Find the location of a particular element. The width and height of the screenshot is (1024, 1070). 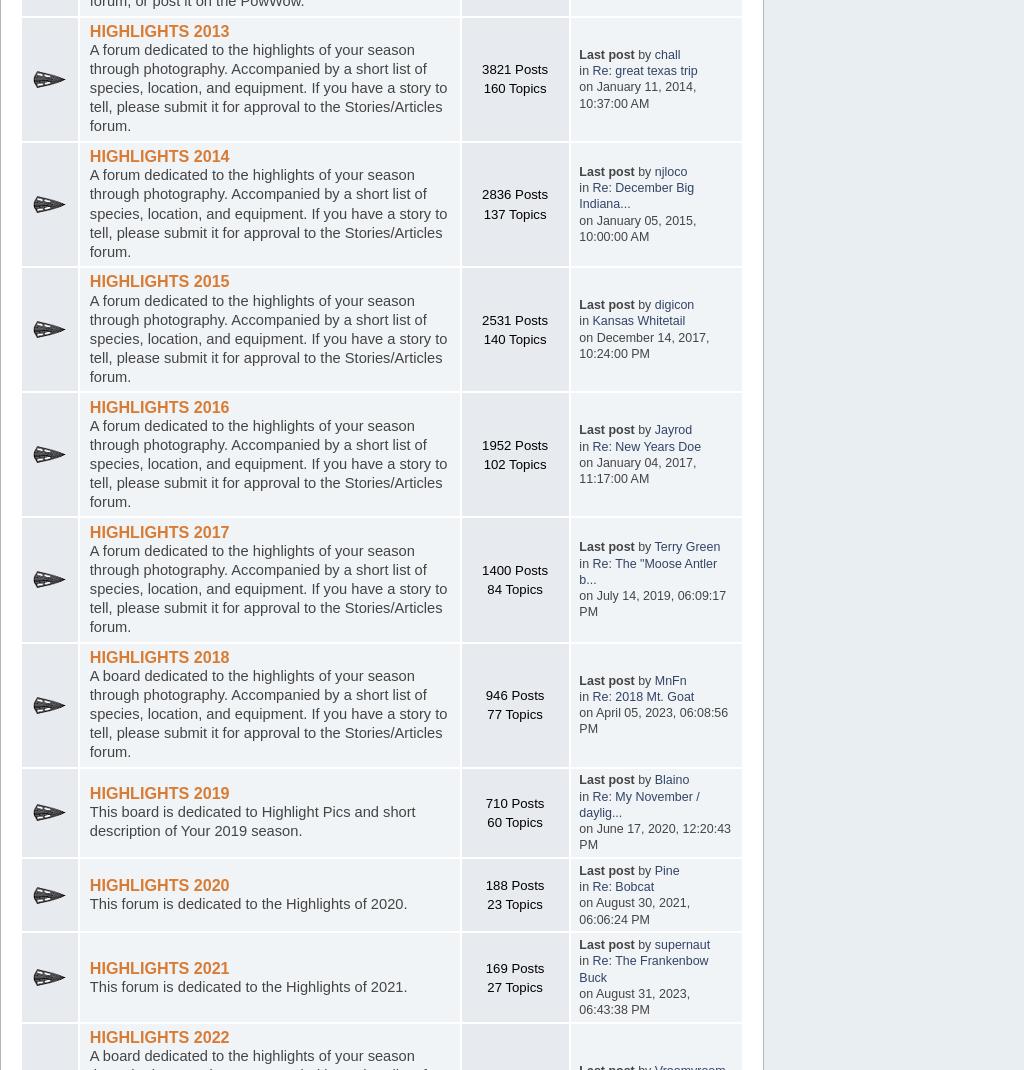

'Kansas Whitetail' is located at coordinates (638, 321).